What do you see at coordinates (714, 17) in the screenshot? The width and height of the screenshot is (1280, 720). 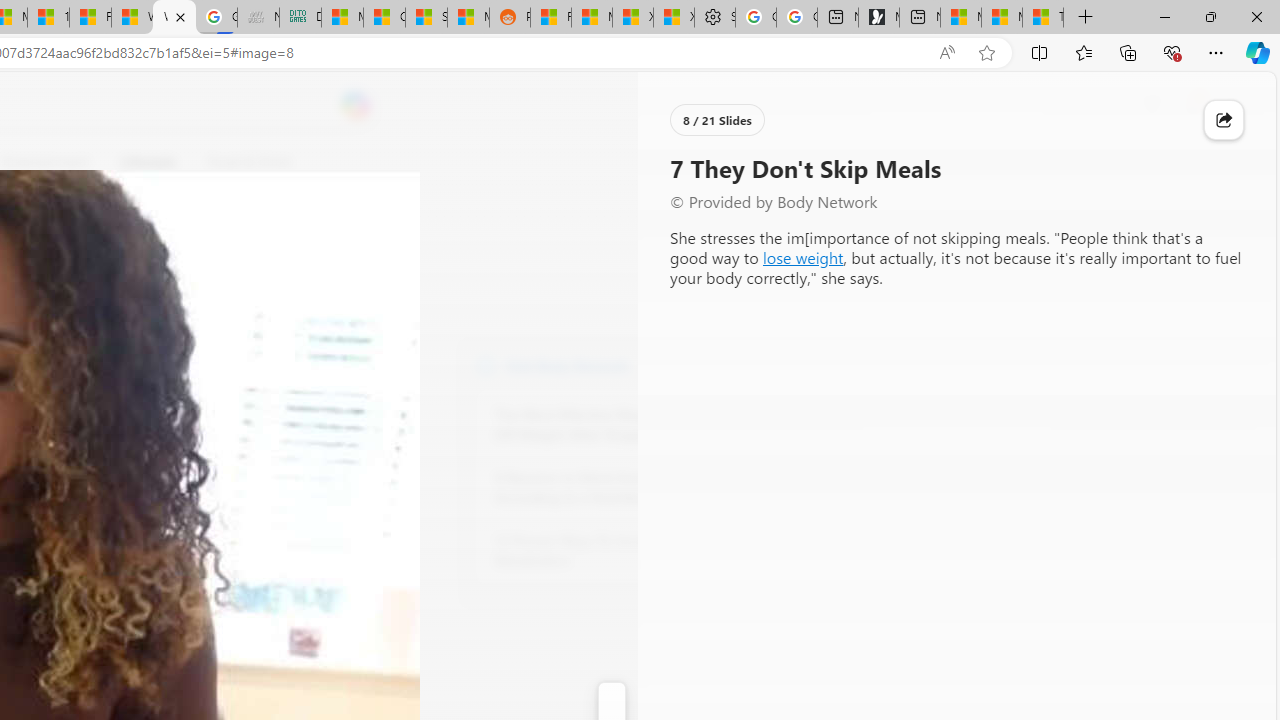 I see `'Settings'` at bounding box center [714, 17].